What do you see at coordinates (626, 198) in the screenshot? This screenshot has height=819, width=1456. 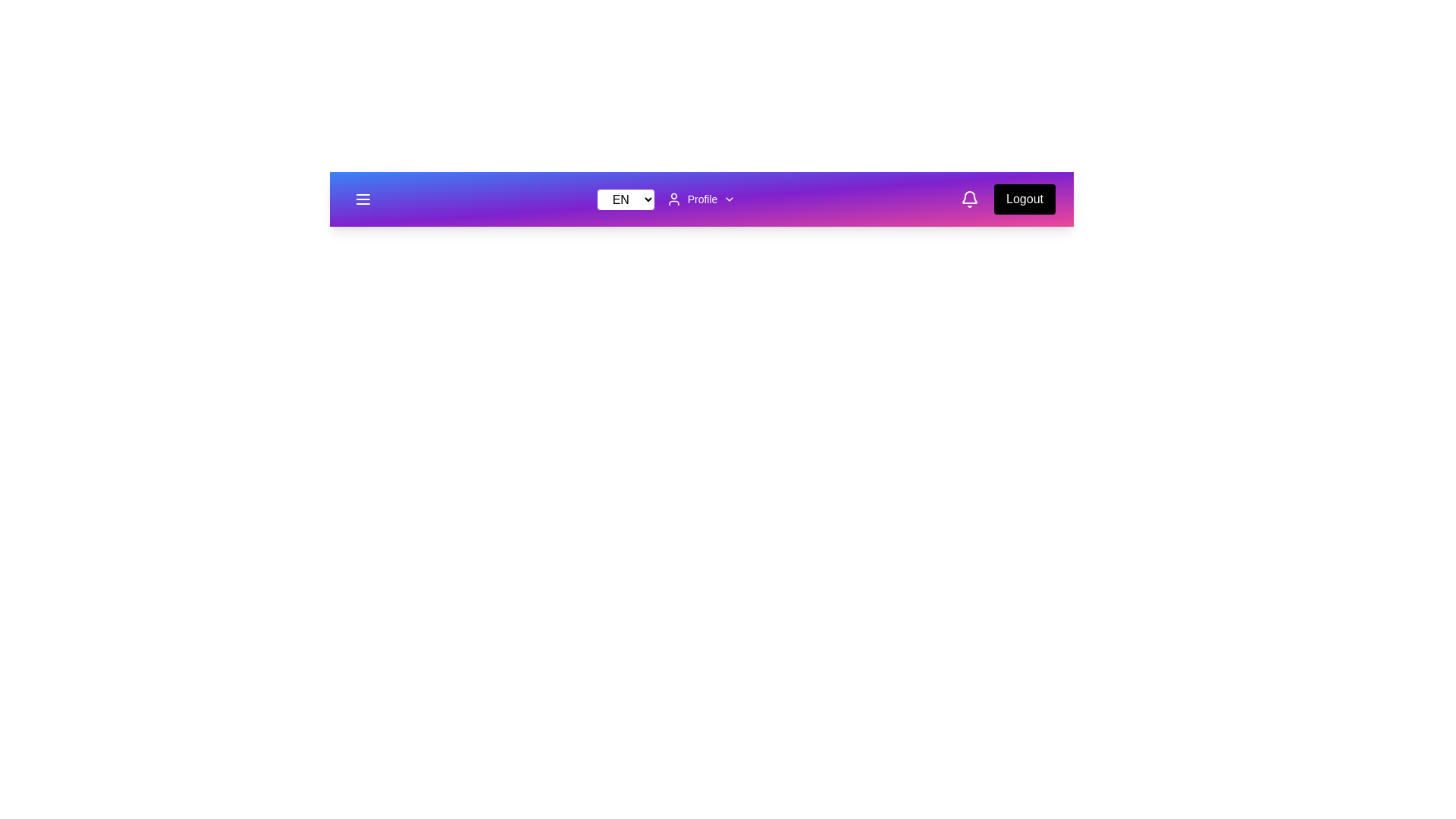 I see `the language option ES from the dropdown` at bounding box center [626, 198].